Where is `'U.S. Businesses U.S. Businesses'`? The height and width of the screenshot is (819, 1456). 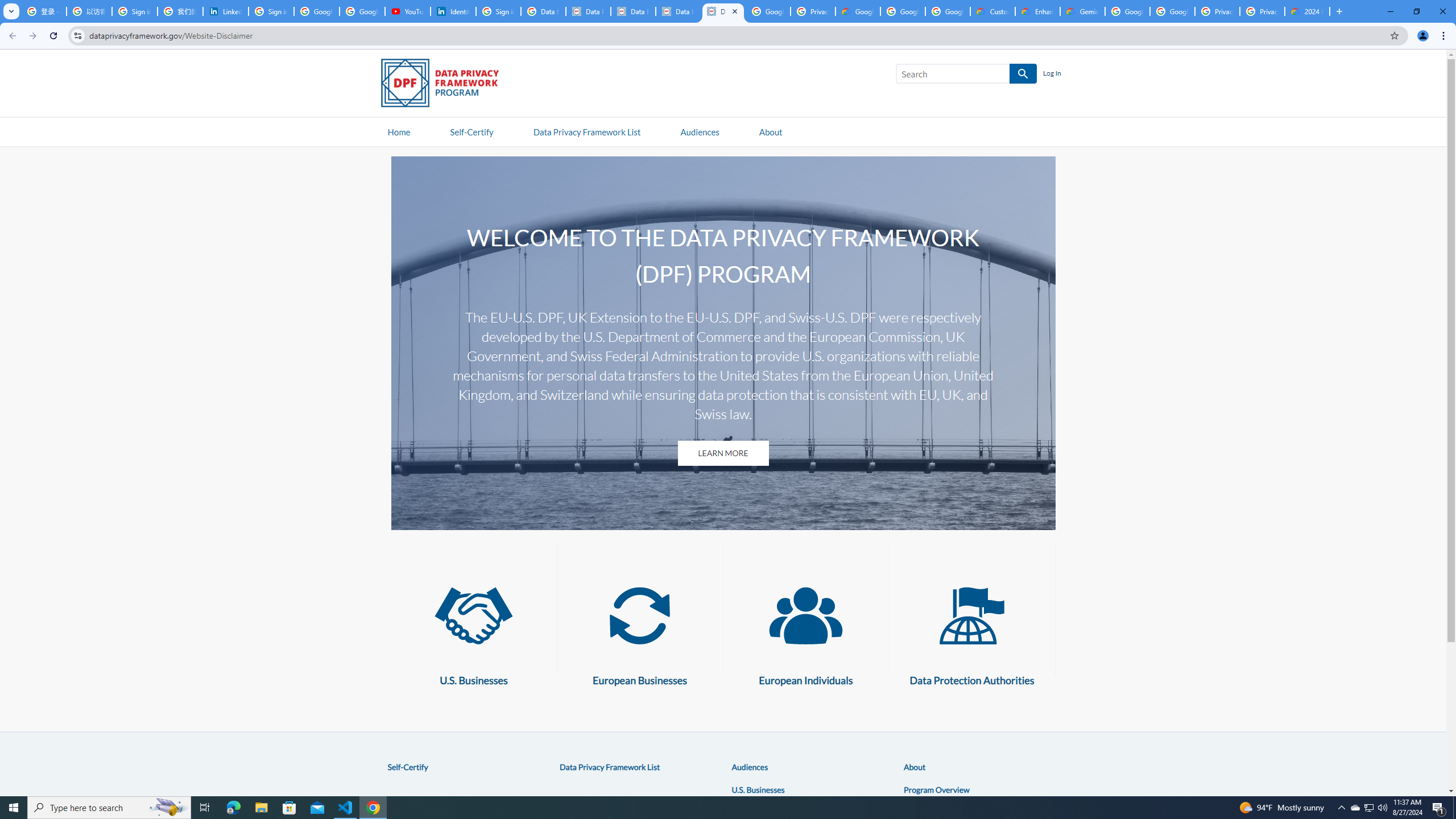
'U.S. Businesses U.S. Businesses' is located at coordinates (473, 630).